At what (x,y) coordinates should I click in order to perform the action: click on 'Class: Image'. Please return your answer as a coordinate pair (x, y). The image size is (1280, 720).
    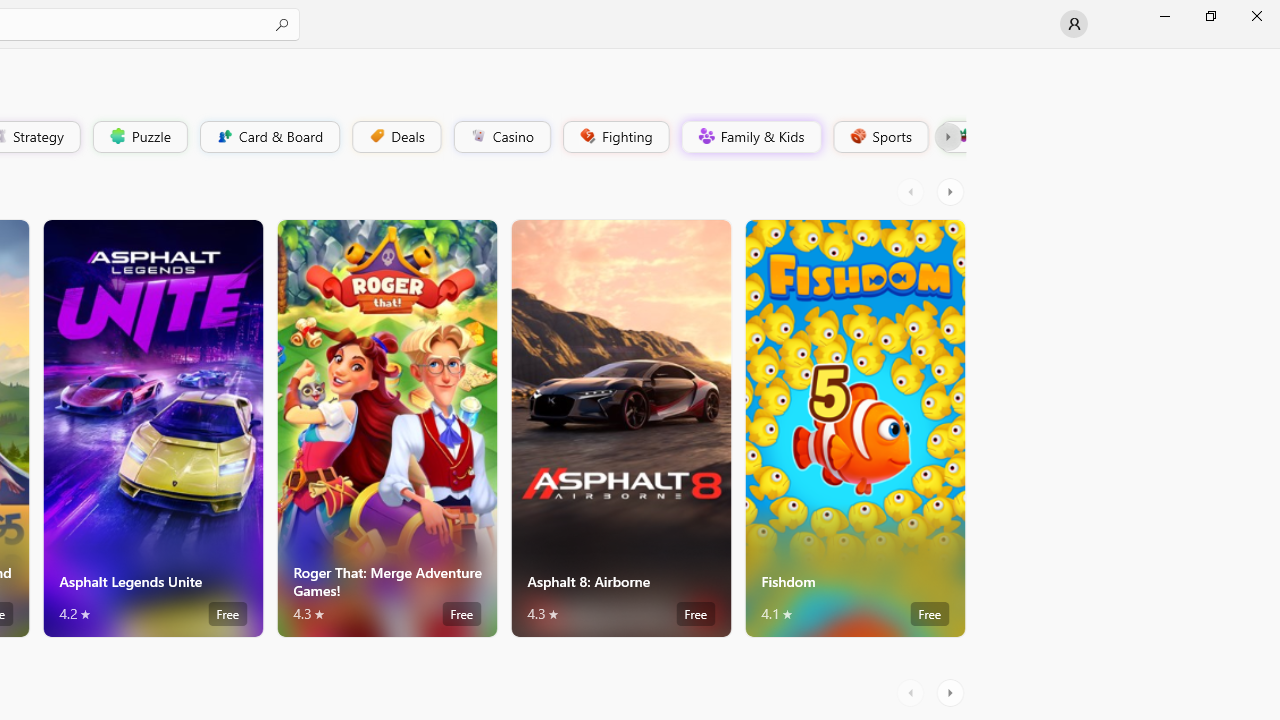
    Looking at the image, I should click on (961, 135).